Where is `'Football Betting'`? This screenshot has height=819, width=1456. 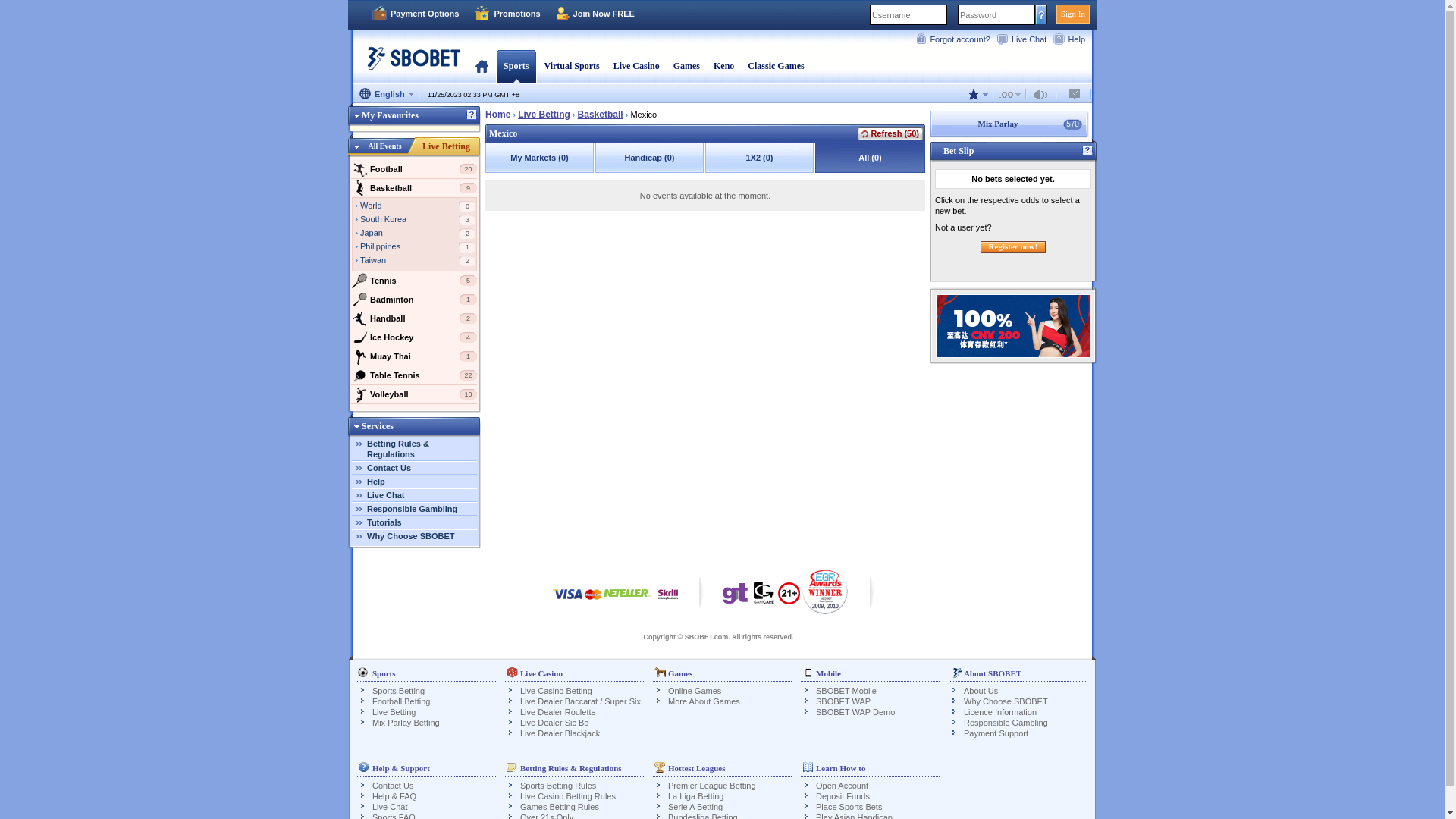
'Football Betting' is located at coordinates (400, 701).